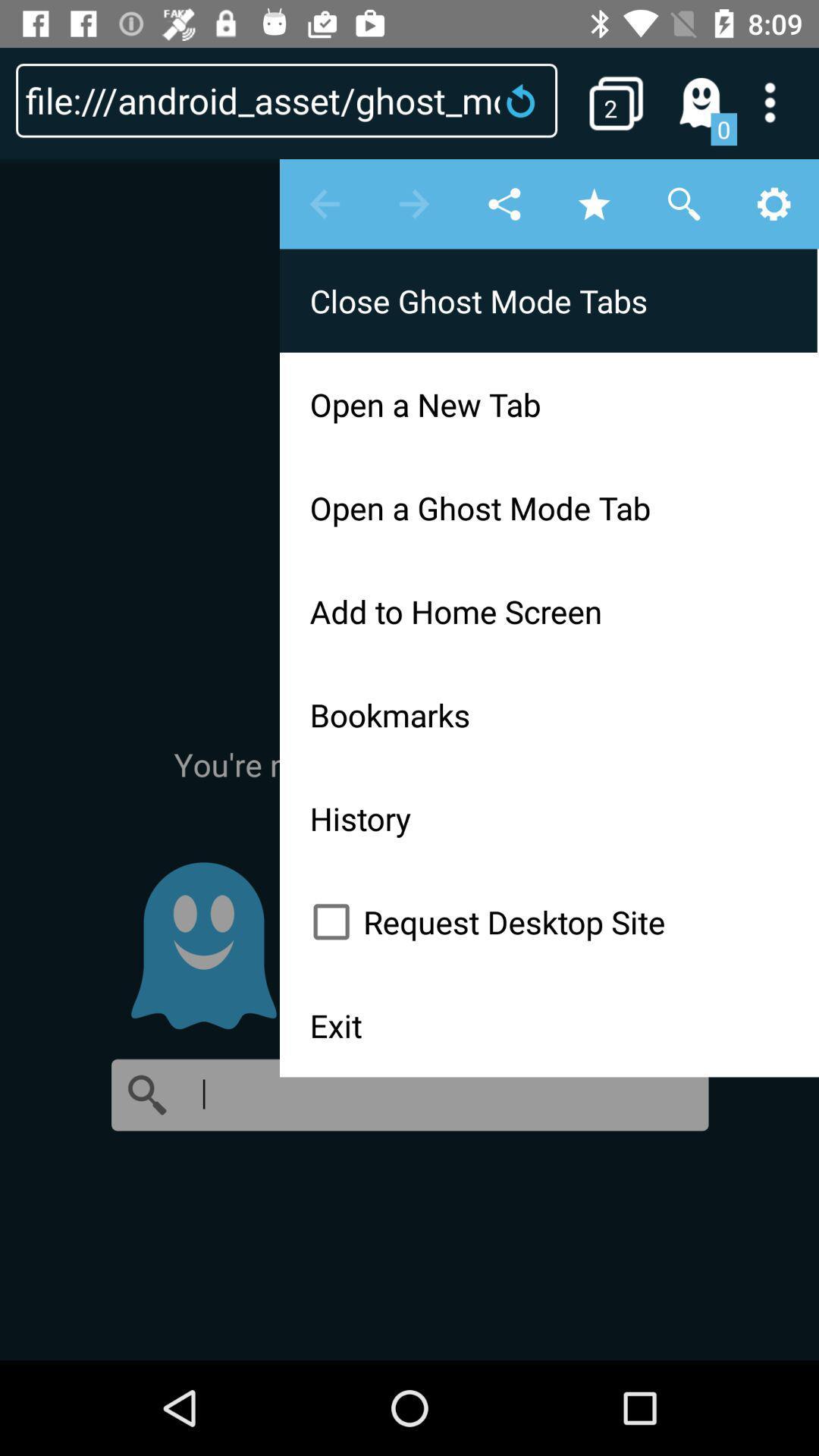 This screenshot has height=1456, width=819. What do you see at coordinates (780, 102) in the screenshot?
I see `the more icon` at bounding box center [780, 102].